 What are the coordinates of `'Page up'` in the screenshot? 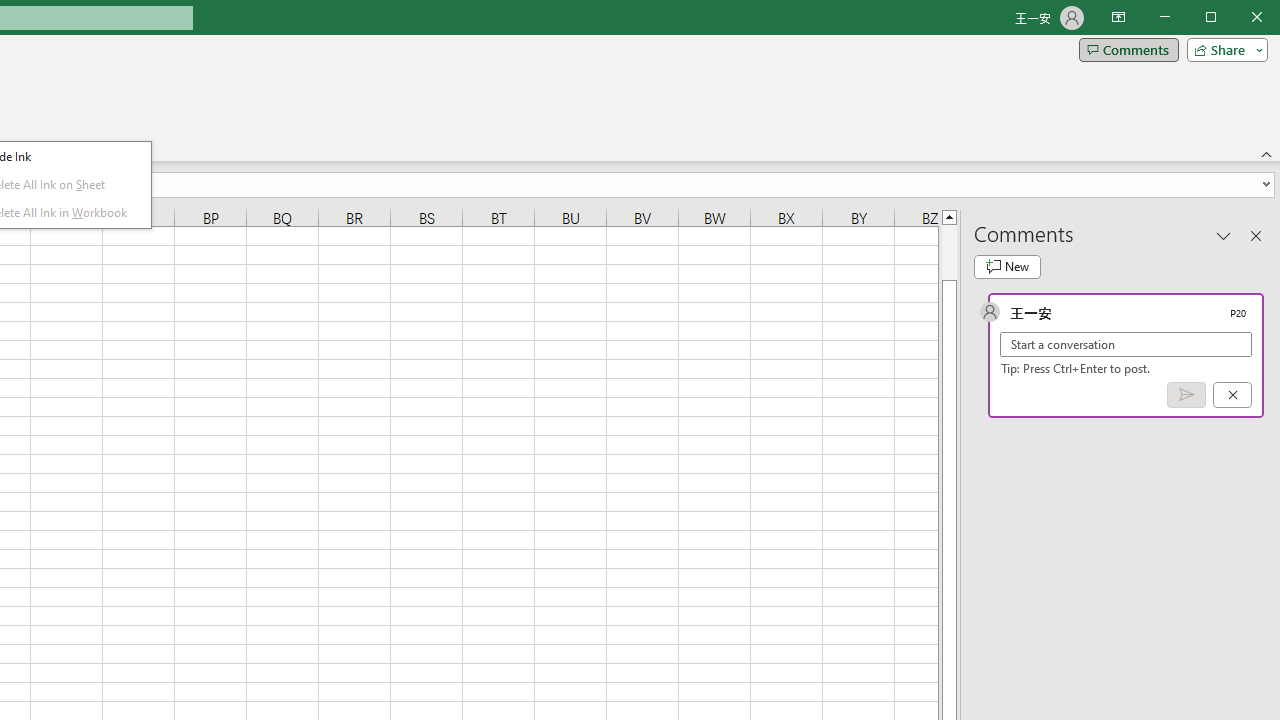 It's located at (948, 251).